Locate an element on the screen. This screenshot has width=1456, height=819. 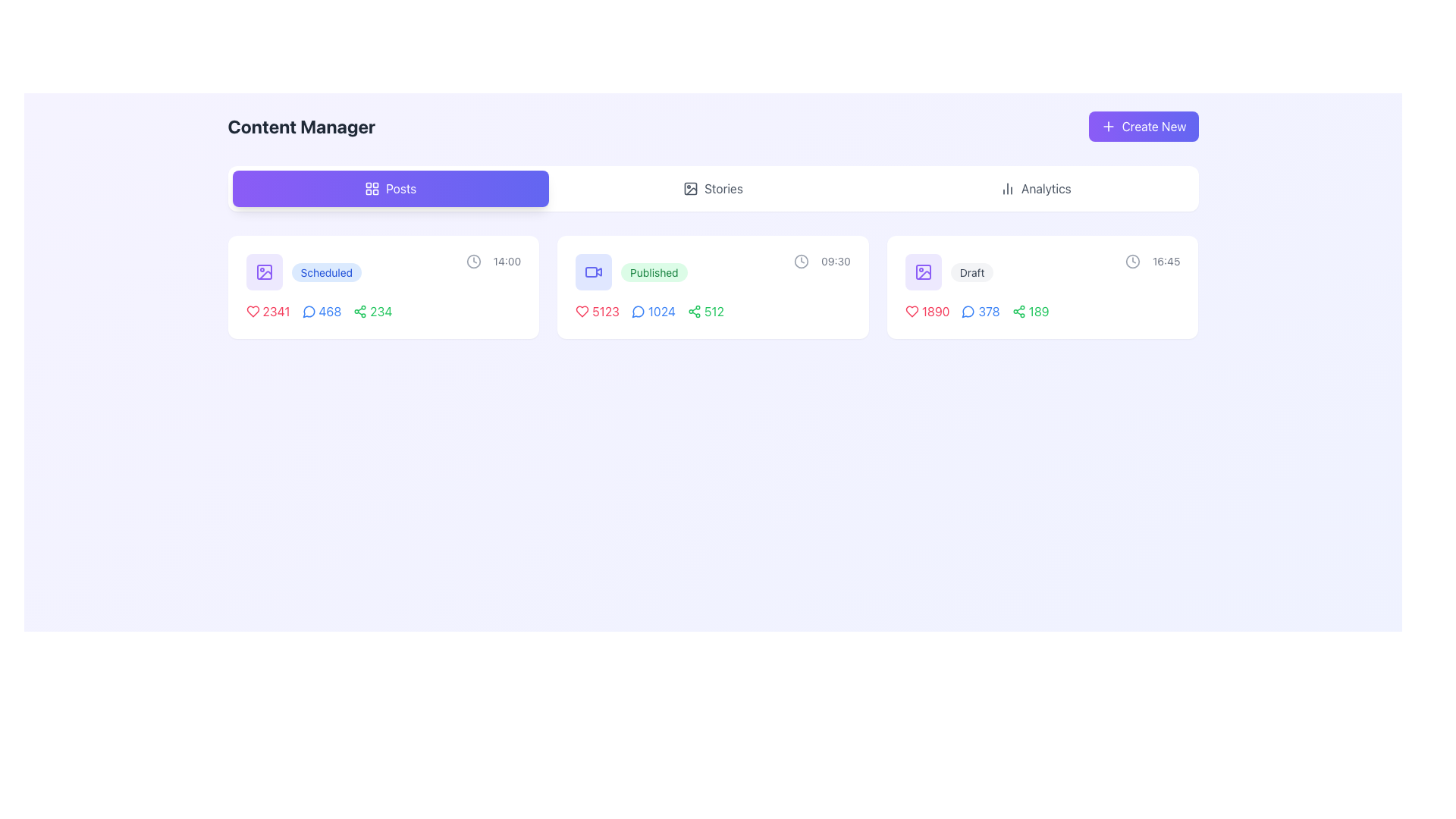
the Analytics icon located on the right side of the main navigation bar, which serves as a navigation target for the Analytics section is located at coordinates (1007, 188).